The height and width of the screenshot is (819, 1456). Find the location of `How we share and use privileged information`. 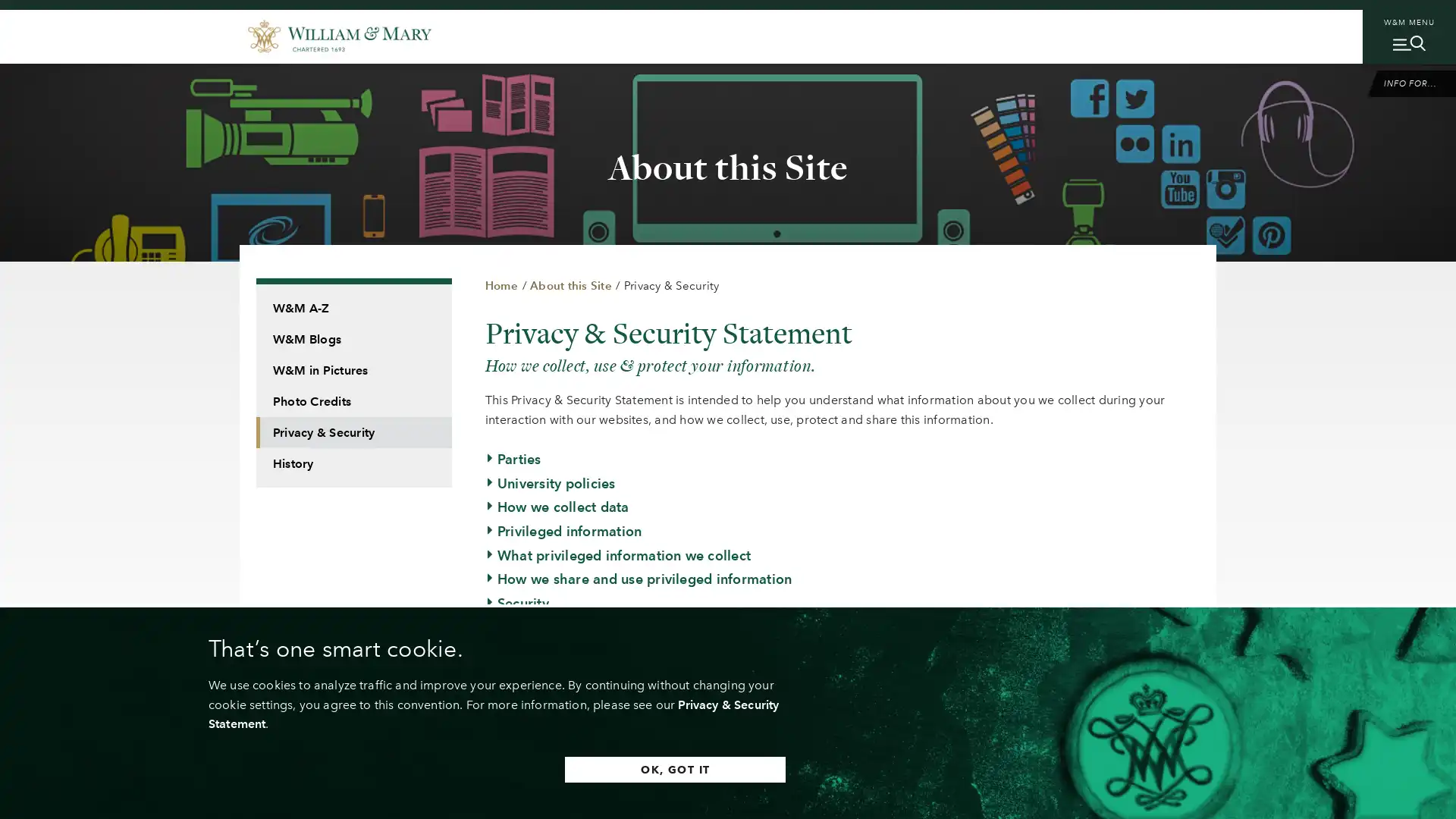

How we share and use privileged information is located at coordinates (638, 579).